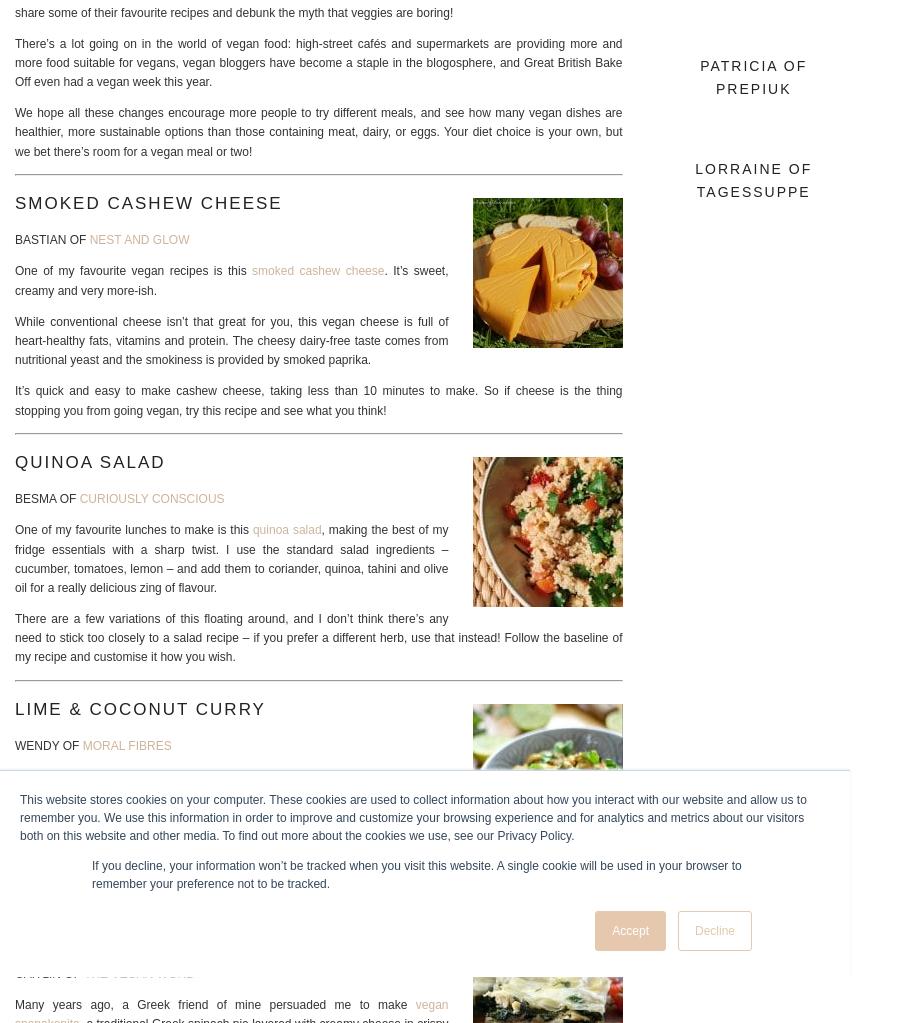 The height and width of the screenshot is (1023, 898). I want to click on 'Smoked Cashew Cheese', so click(13, 201).